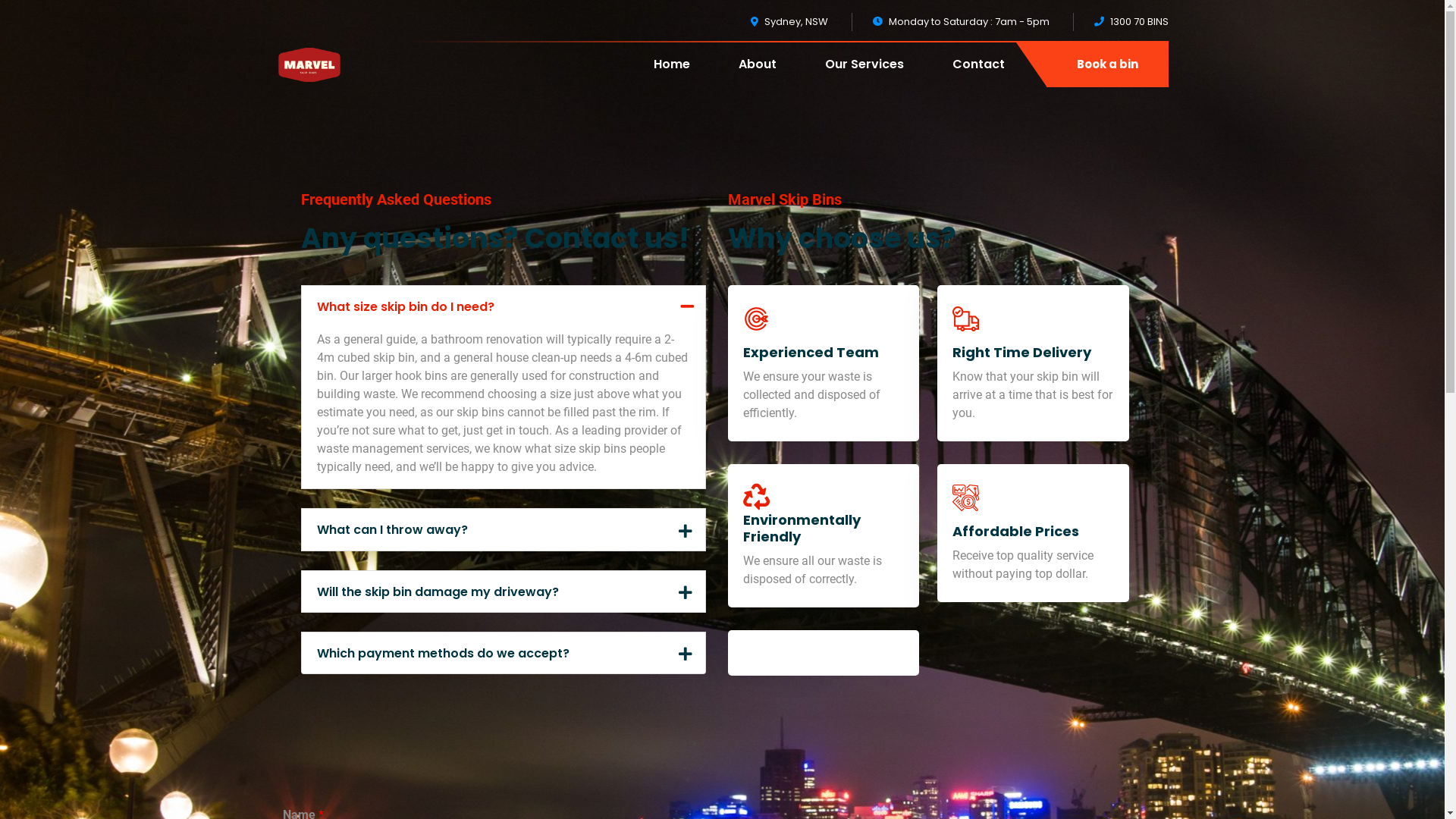 The image size is (1456, 819). I want to click on 'Marvel Skip Bins AU', so click(308, 62).